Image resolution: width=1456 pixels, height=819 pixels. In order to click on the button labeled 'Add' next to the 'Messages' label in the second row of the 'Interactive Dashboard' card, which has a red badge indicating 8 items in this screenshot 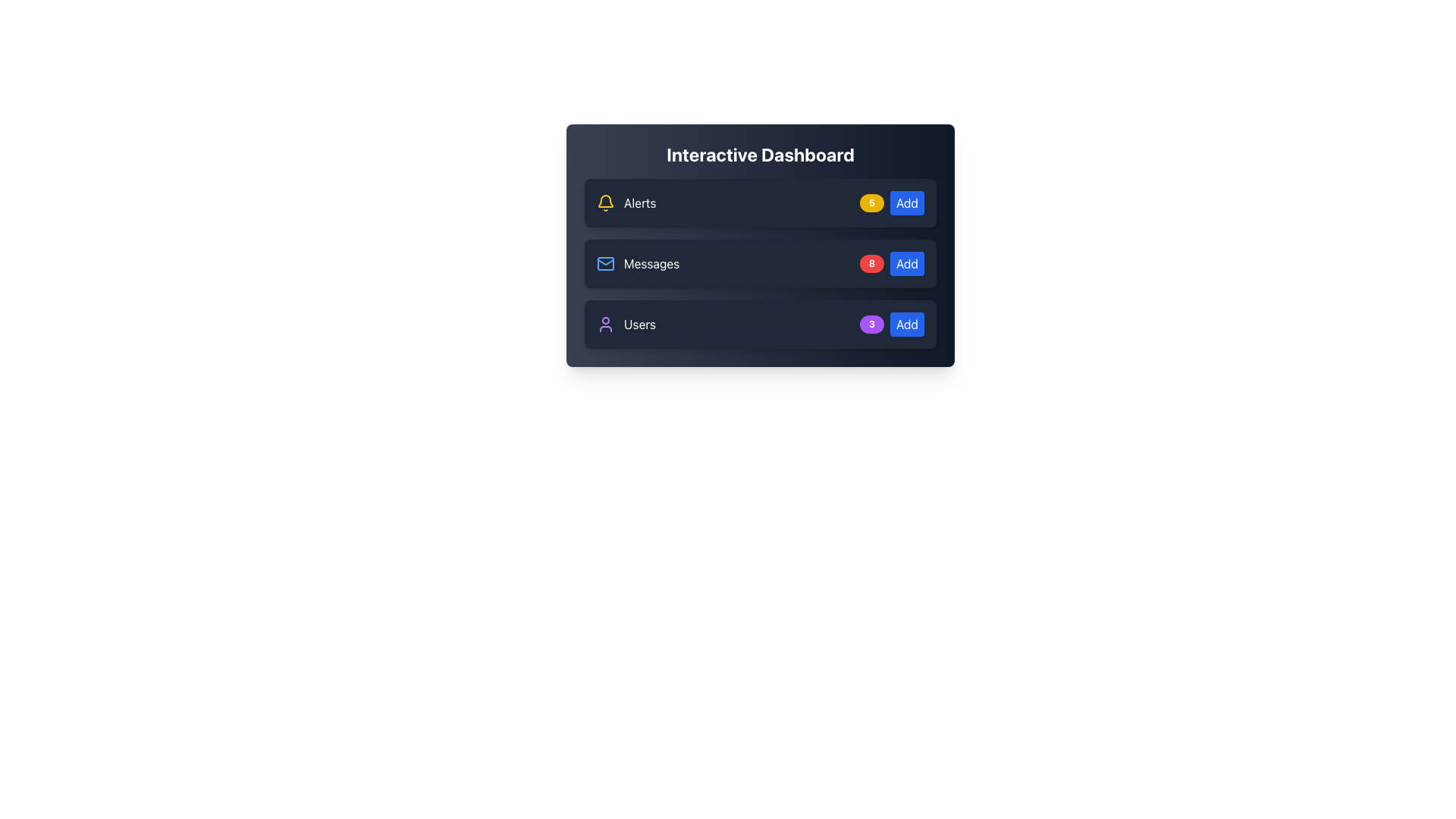, I will do `click(892, 262)`.